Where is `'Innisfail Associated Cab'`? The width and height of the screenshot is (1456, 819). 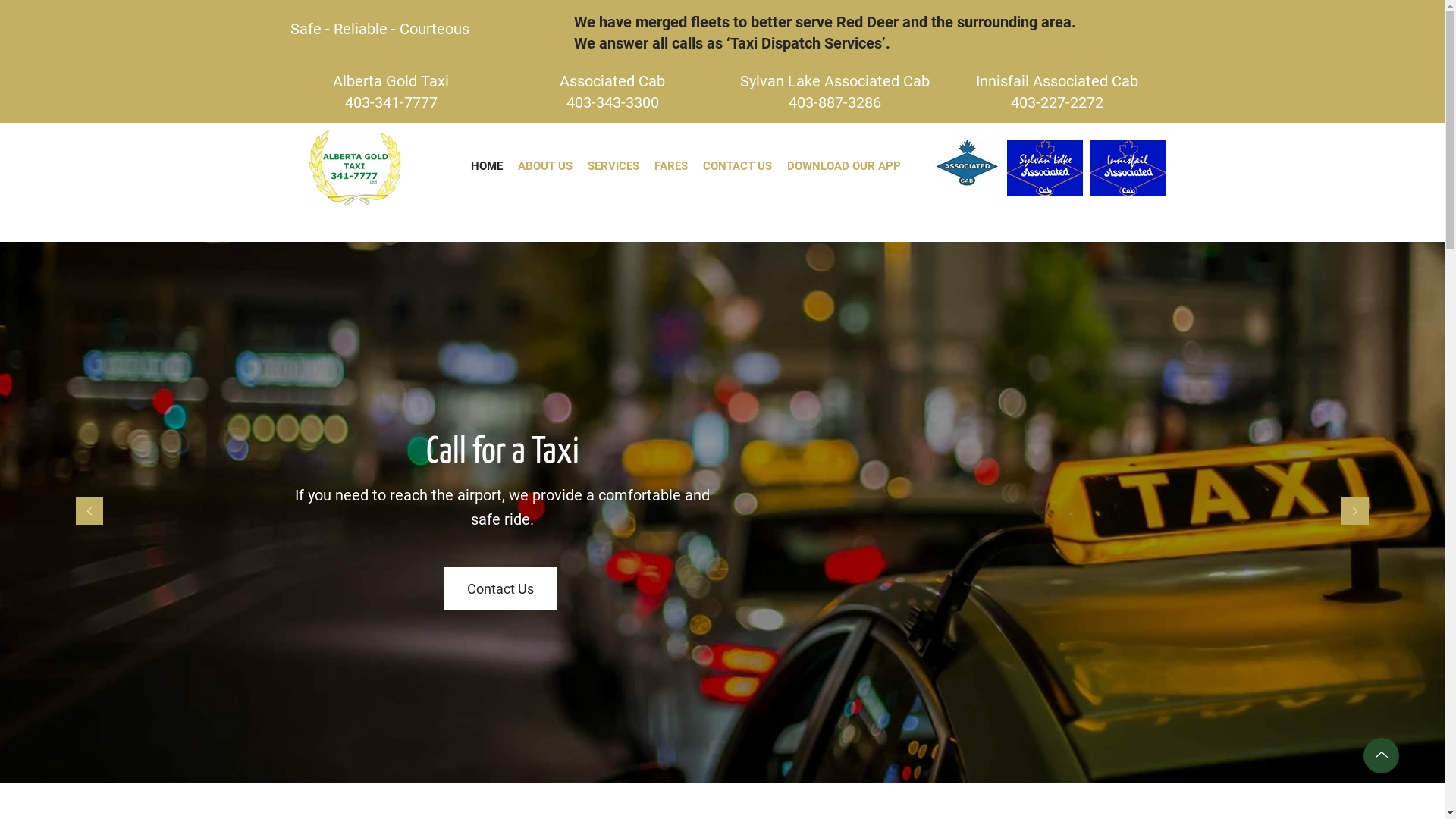
'Innisfail Associated Cab' is located at coordinates (975, 81).